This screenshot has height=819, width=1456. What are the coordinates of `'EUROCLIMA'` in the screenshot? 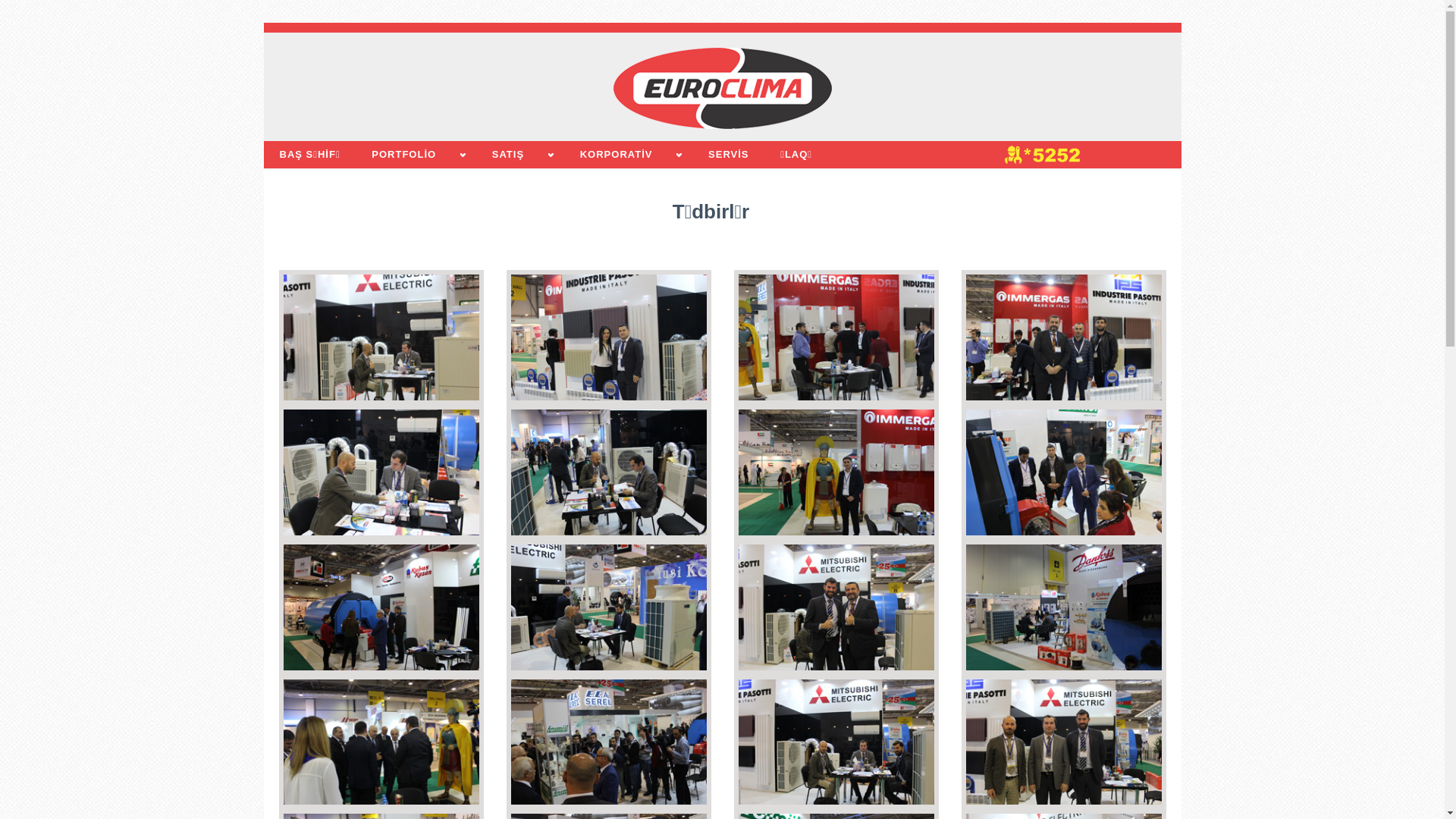 It's located at (720, 87).